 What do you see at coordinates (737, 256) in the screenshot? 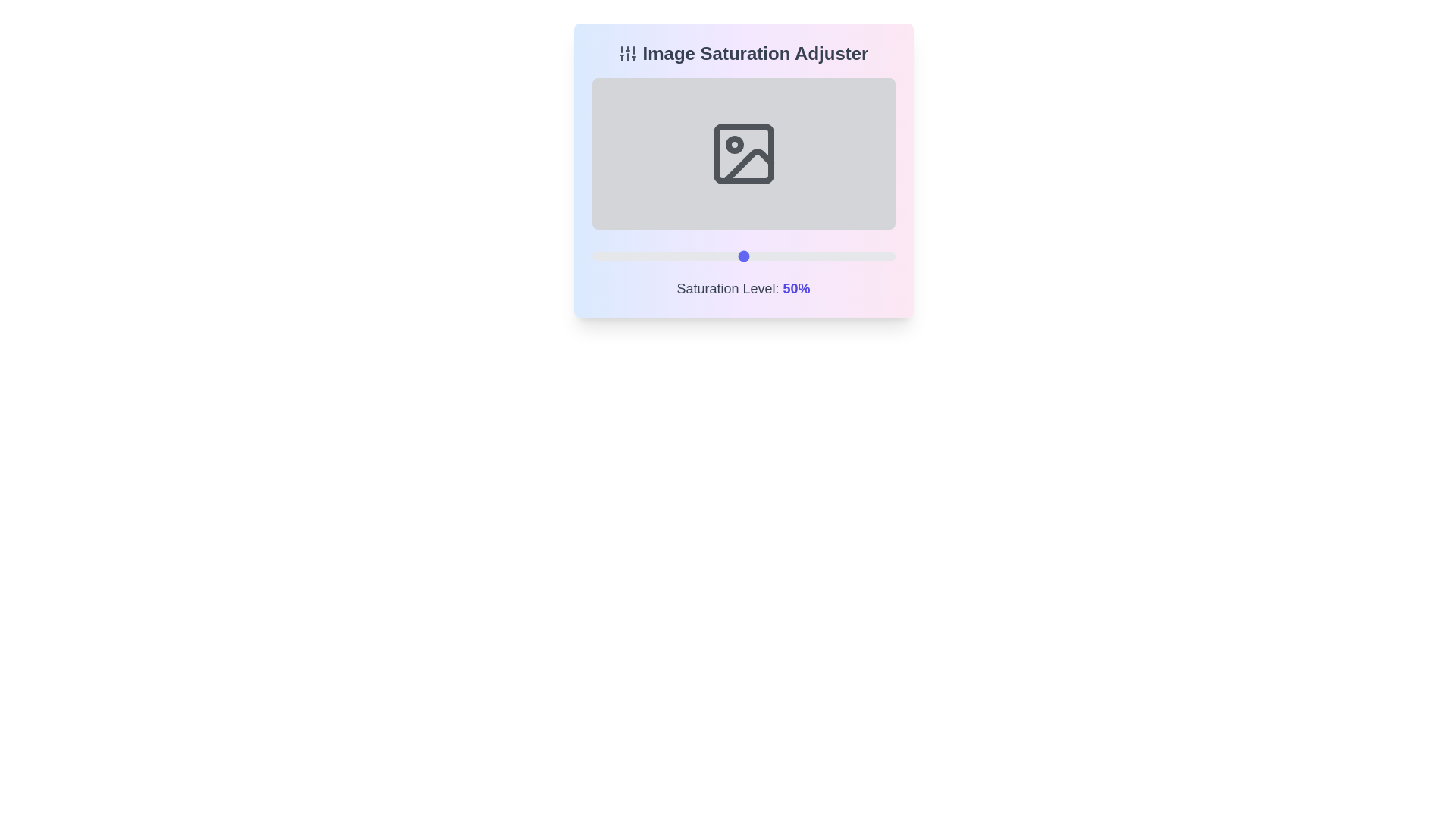
I see `the saturation level to 48% by interacting with the slider` at bounding box center [737, 256].